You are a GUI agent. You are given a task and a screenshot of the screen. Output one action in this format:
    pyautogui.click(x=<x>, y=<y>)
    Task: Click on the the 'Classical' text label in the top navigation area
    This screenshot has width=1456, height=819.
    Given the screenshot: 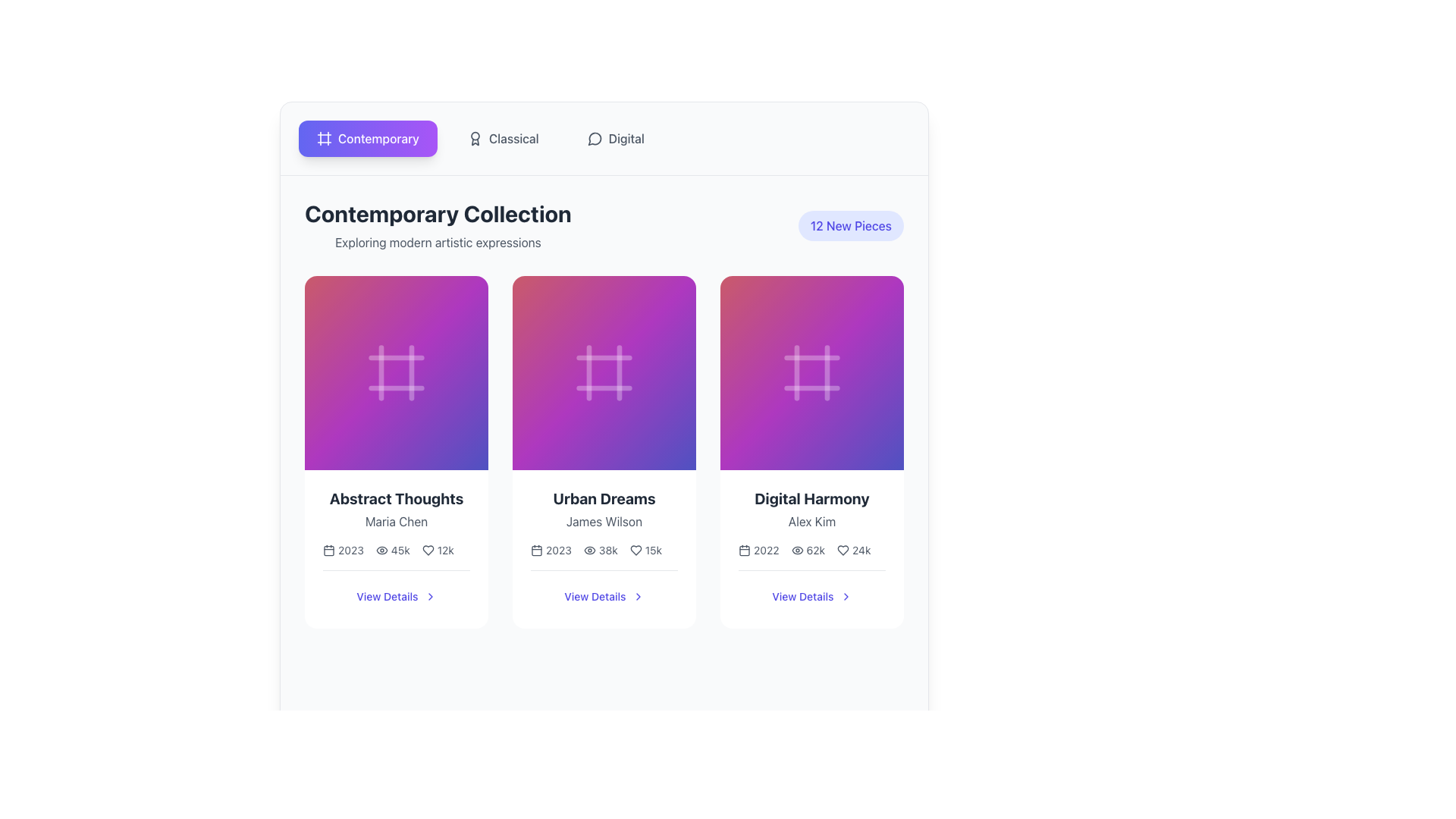 What is the action you would take?
    pyautogui.click(x=513, y=138)
    